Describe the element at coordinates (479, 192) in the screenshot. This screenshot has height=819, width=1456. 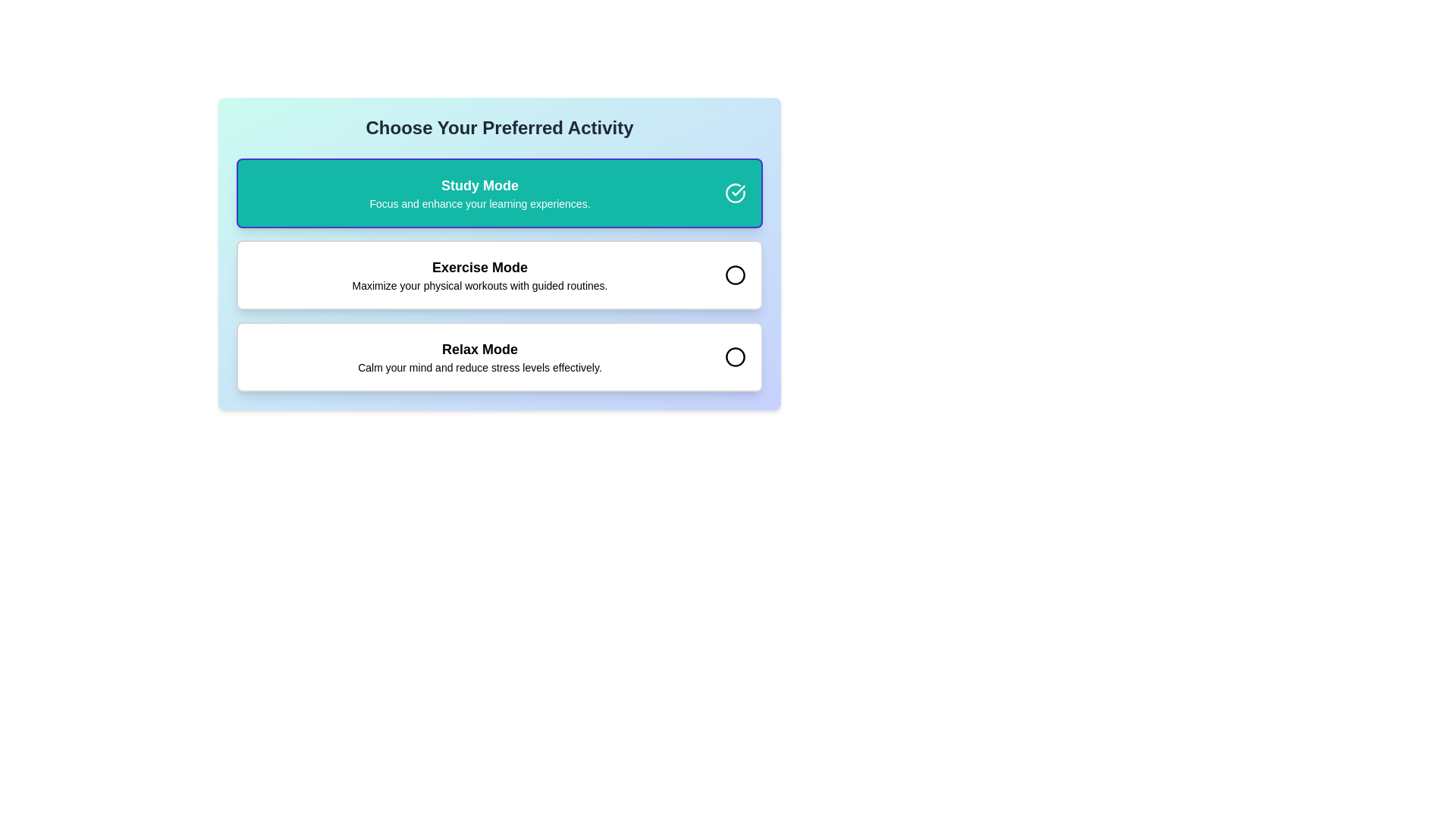
I see `the 'Study Mode' text block which describes the option and provides additional information about enhancing learning experiences` at that location.